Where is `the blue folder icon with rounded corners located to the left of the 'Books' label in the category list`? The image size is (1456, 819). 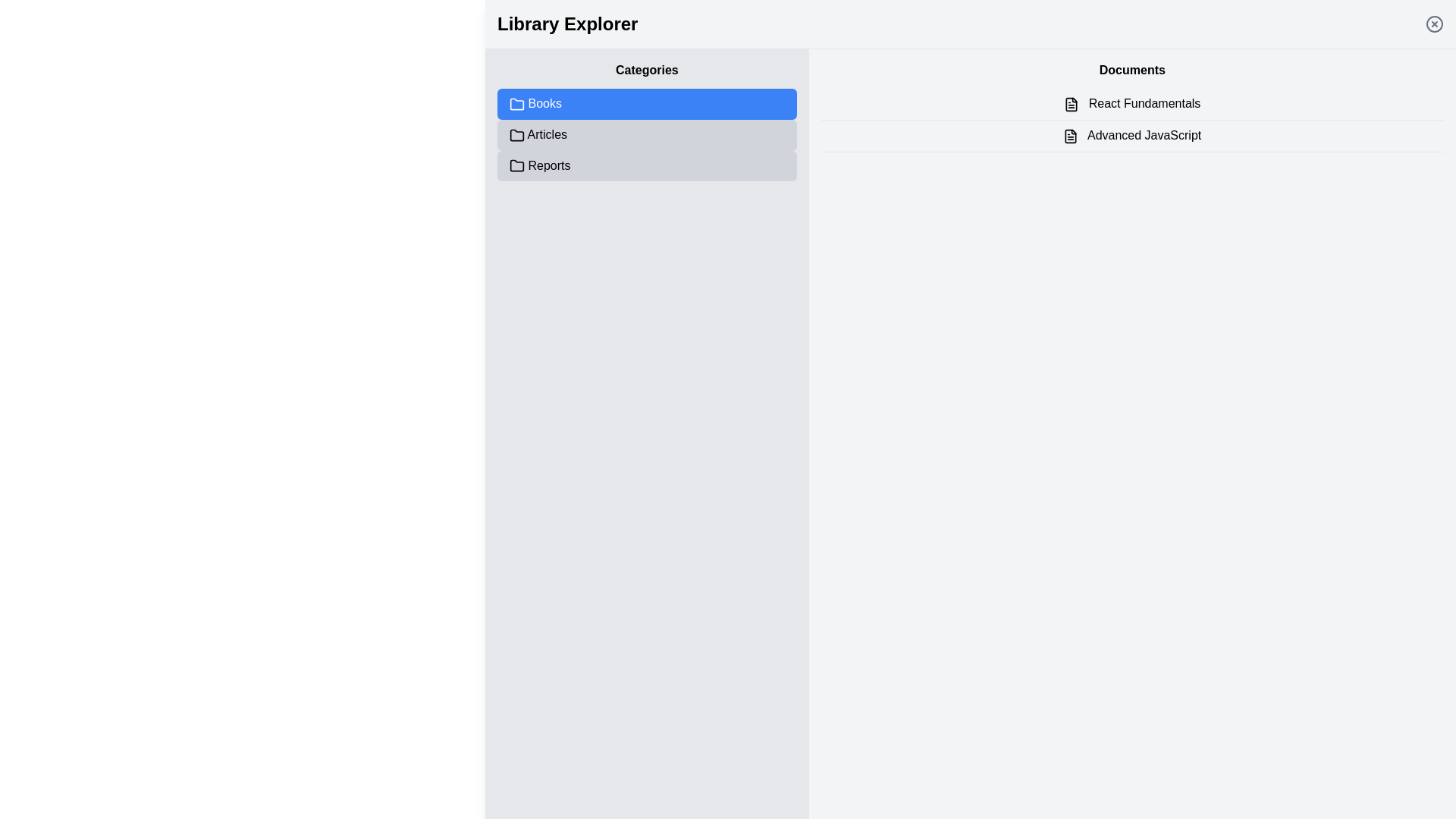
the blue folder icon with rounded corners located to the left of the 'Books' label in the category list is located at coordinates (516, 103).